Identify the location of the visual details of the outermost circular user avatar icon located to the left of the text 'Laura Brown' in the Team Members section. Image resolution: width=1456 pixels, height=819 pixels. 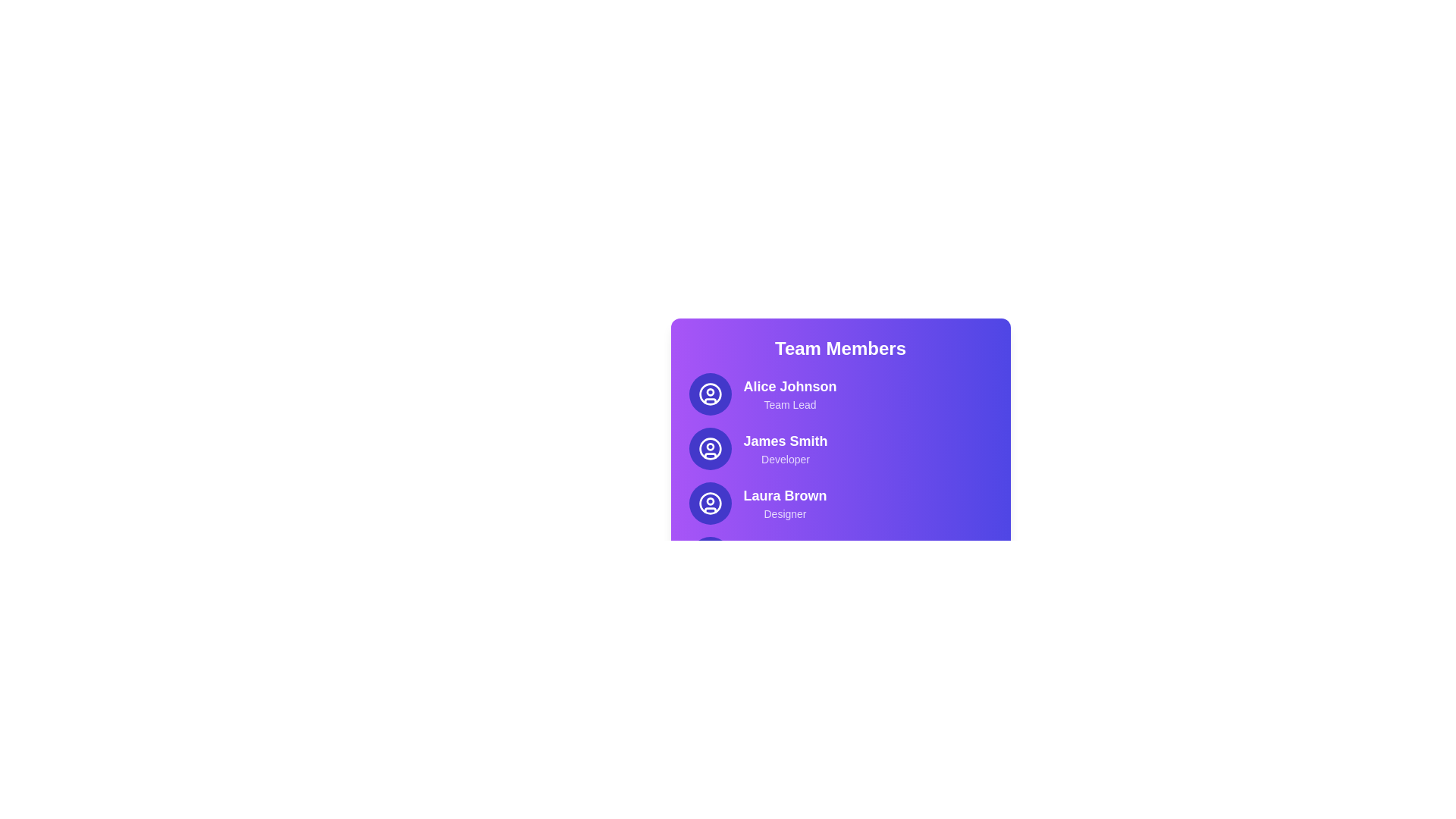
(709, 503).